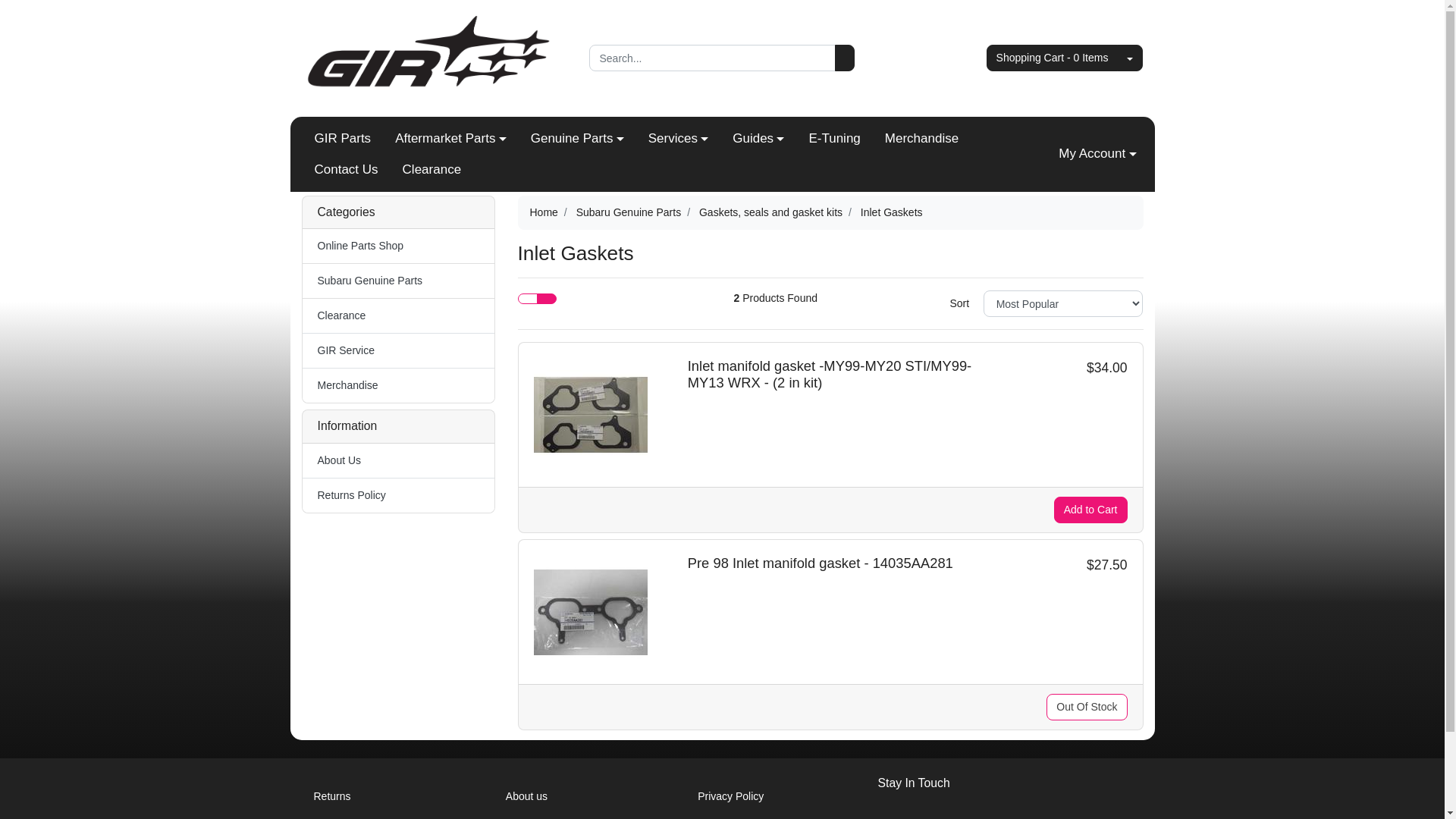 The height and width of the screenshot is (819, 1456). I want to click on 'Subaru Genuine Parts', so click(302, 281).